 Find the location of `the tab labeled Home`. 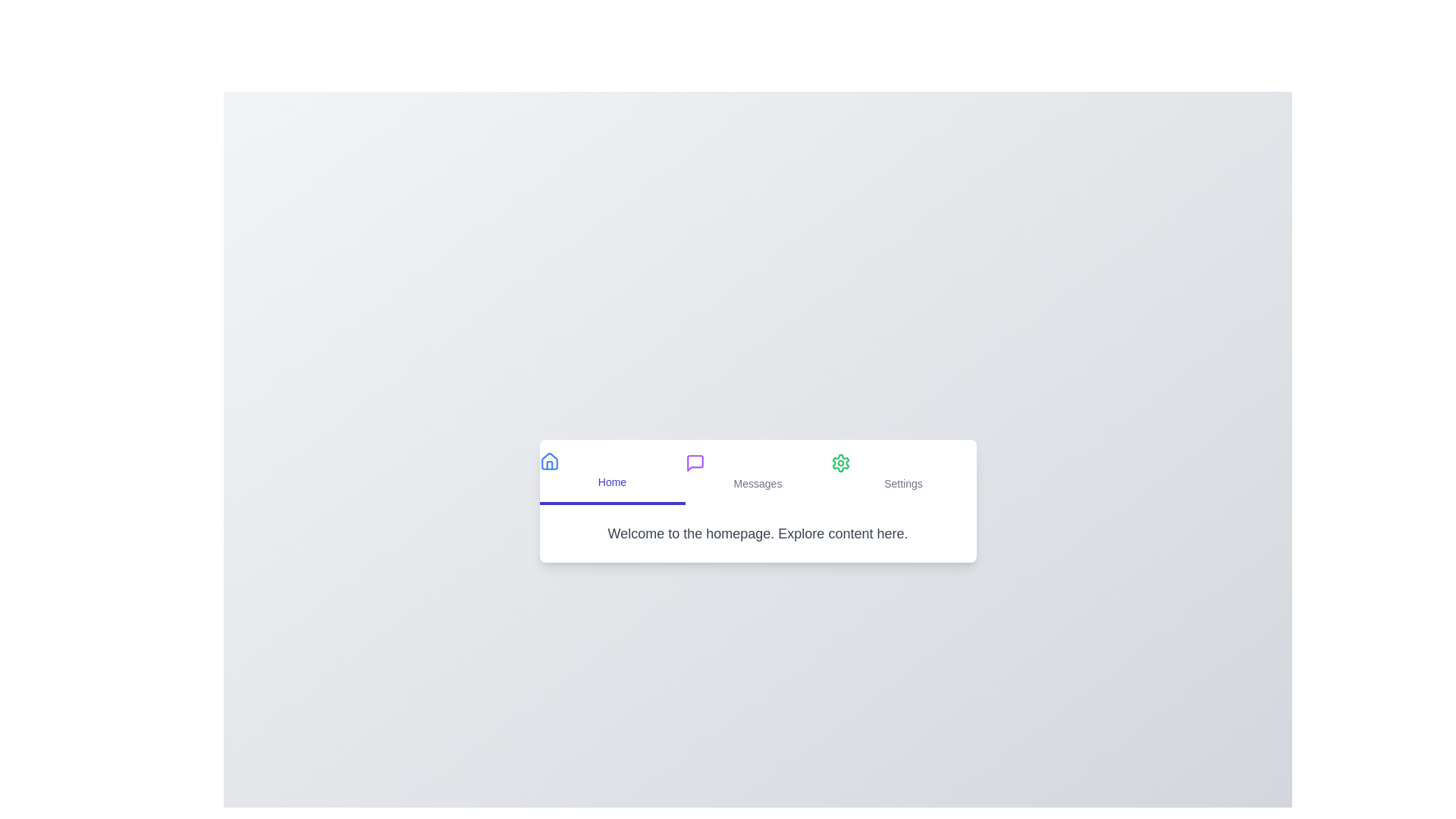

the tab labeled Home is located at coordinates (612, 472).